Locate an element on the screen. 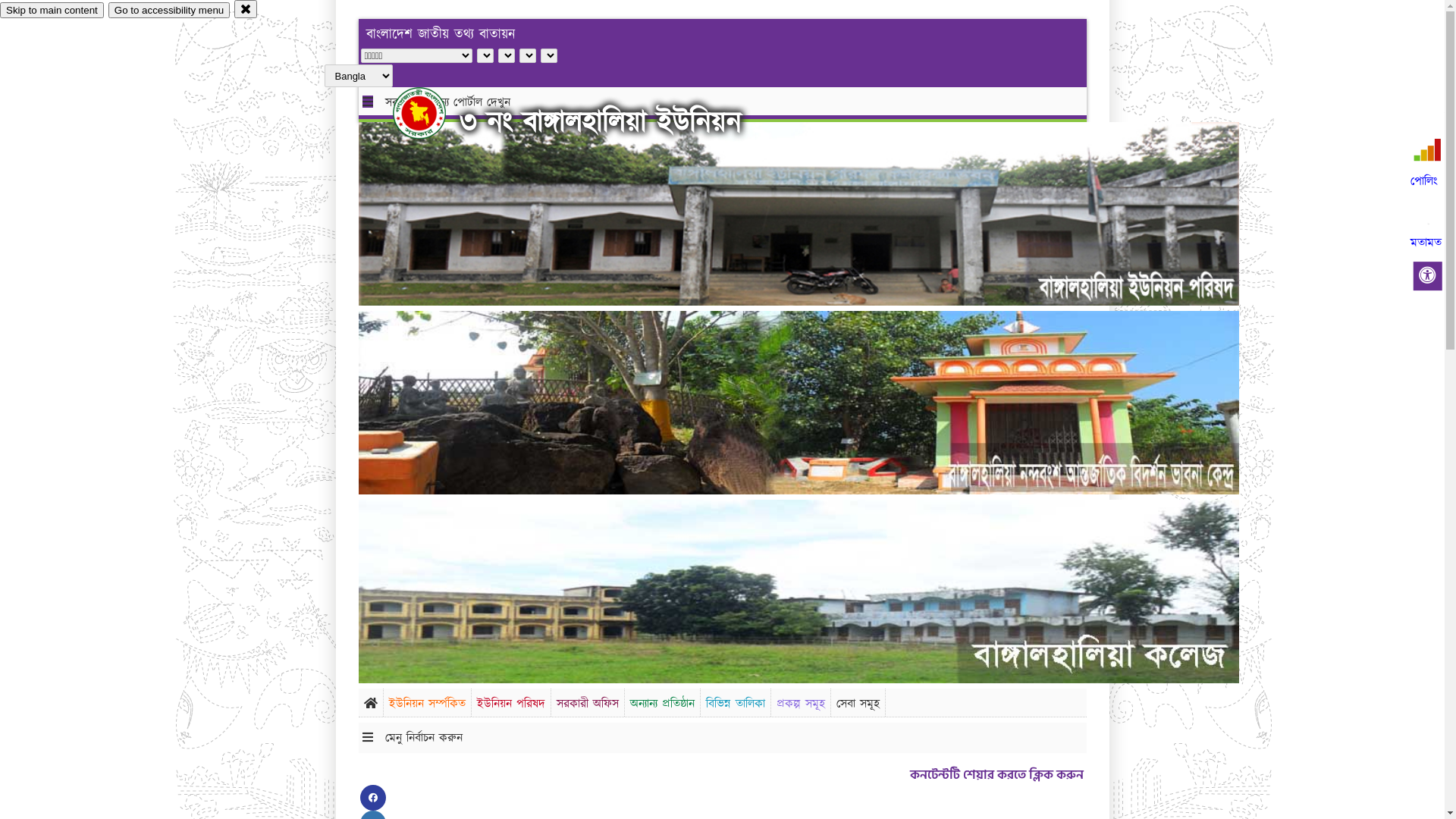  'Skip to main content' is located at coordinates (52, 10).